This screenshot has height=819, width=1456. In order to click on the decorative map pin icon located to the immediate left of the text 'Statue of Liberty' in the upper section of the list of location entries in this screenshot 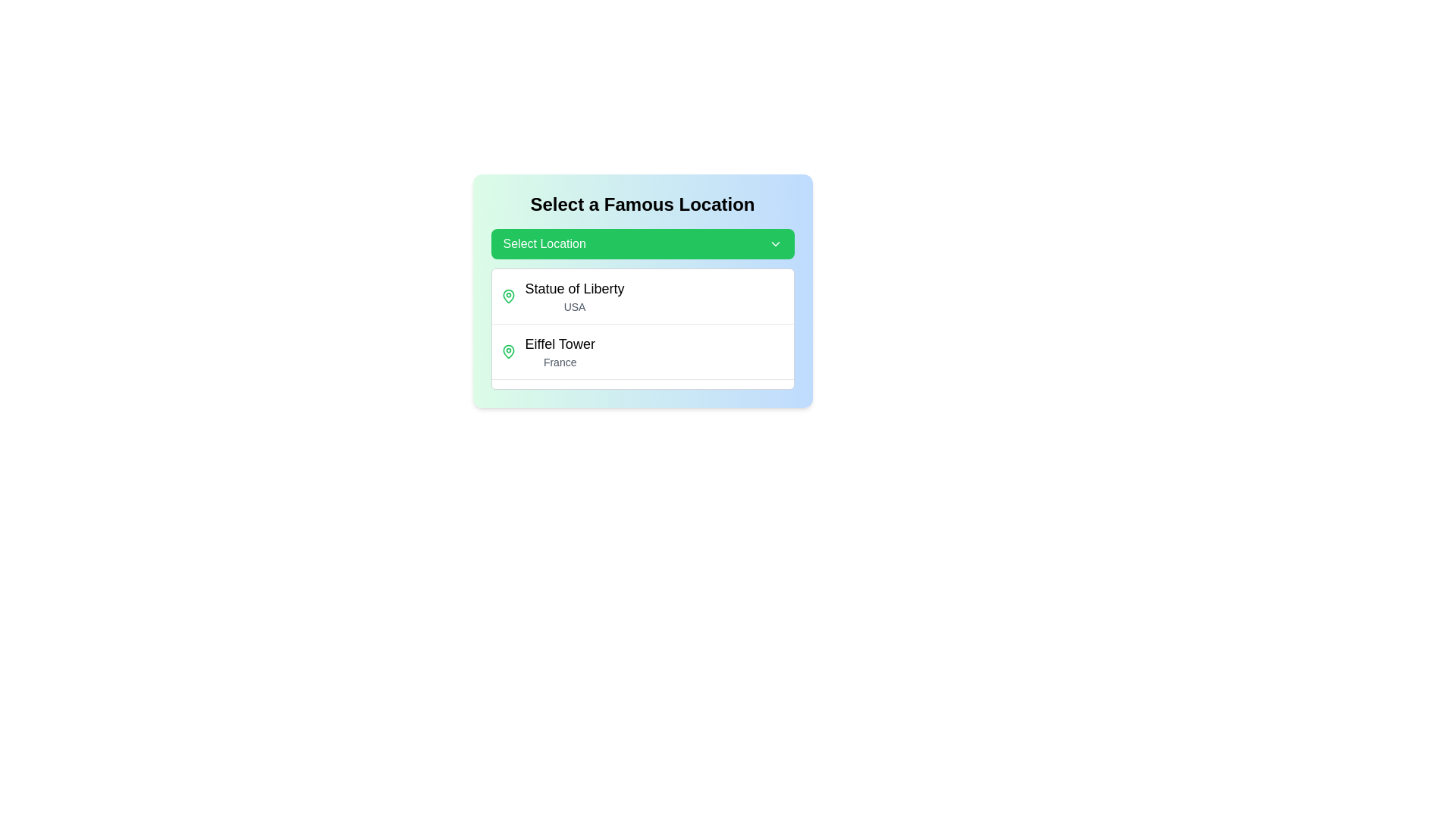, I will do `click(508, 296)`.